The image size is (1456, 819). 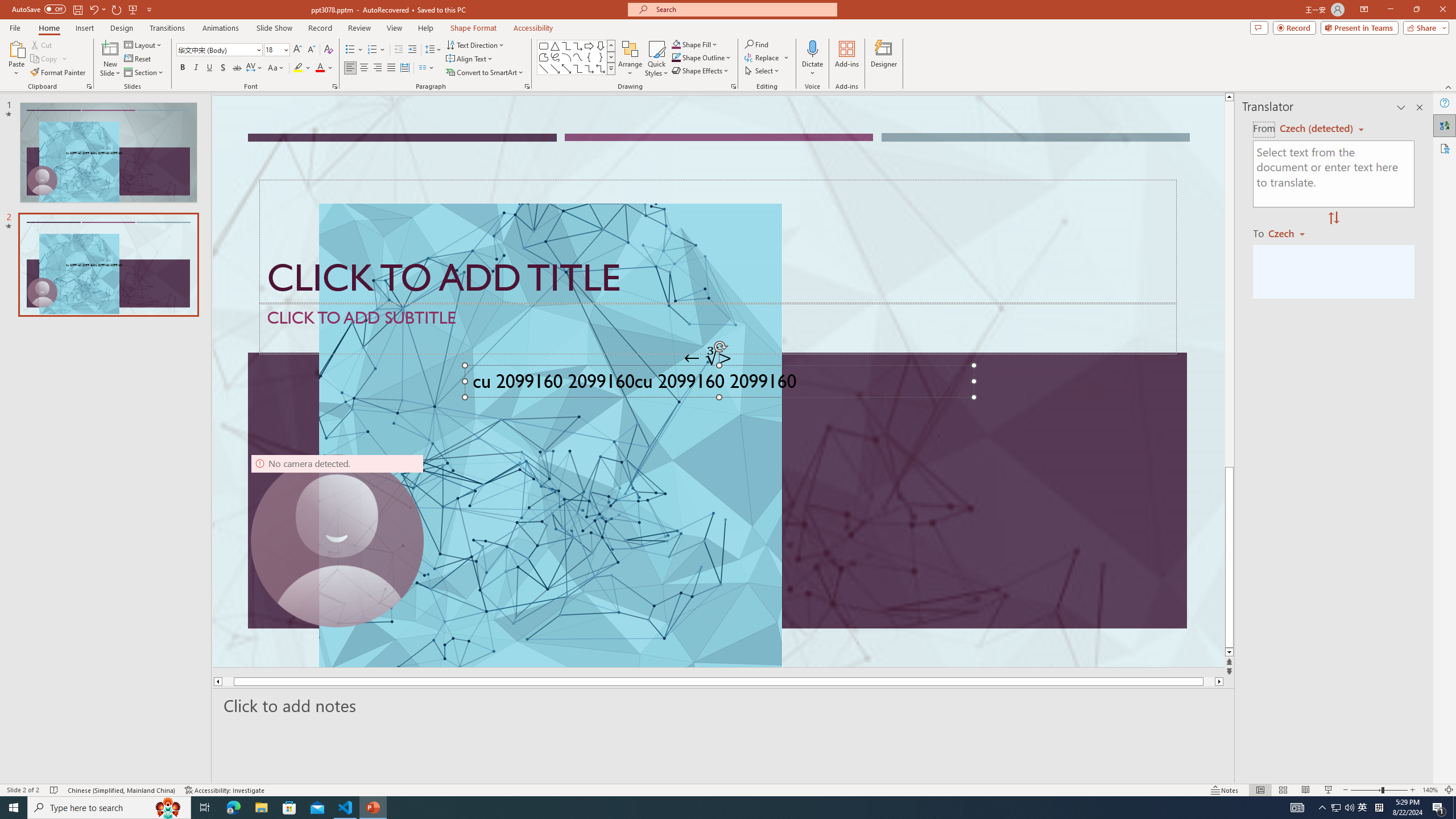 I want to click on 'Camera 9, No camera detected.', so click(x=336, y=540).